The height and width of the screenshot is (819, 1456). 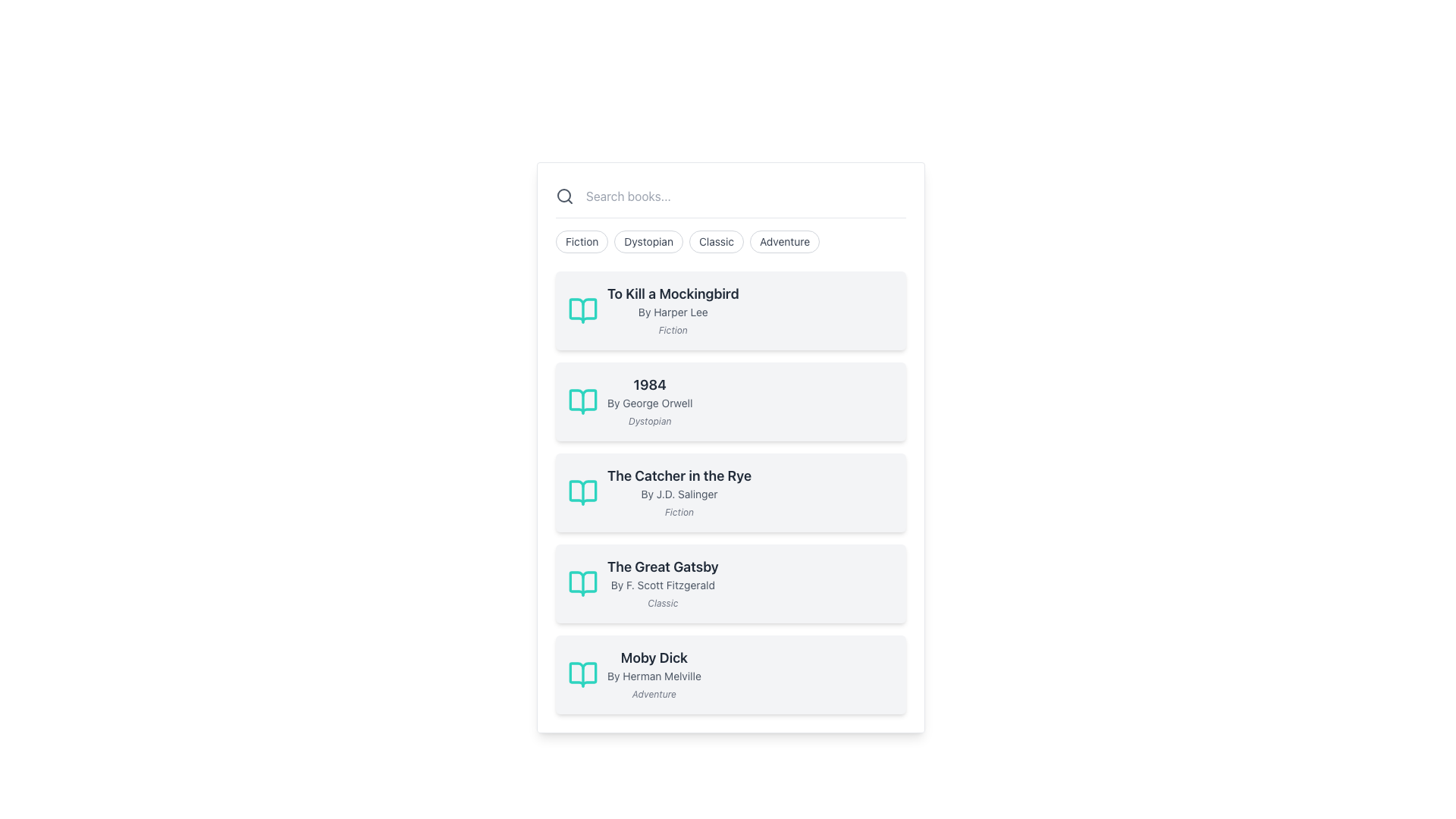 I want to click on the italicized gray text label reading 'Dystopian', which is located below the title '1984' and the author's name 'By George Orwell' in the book entry card, so click(x=650, y=421).